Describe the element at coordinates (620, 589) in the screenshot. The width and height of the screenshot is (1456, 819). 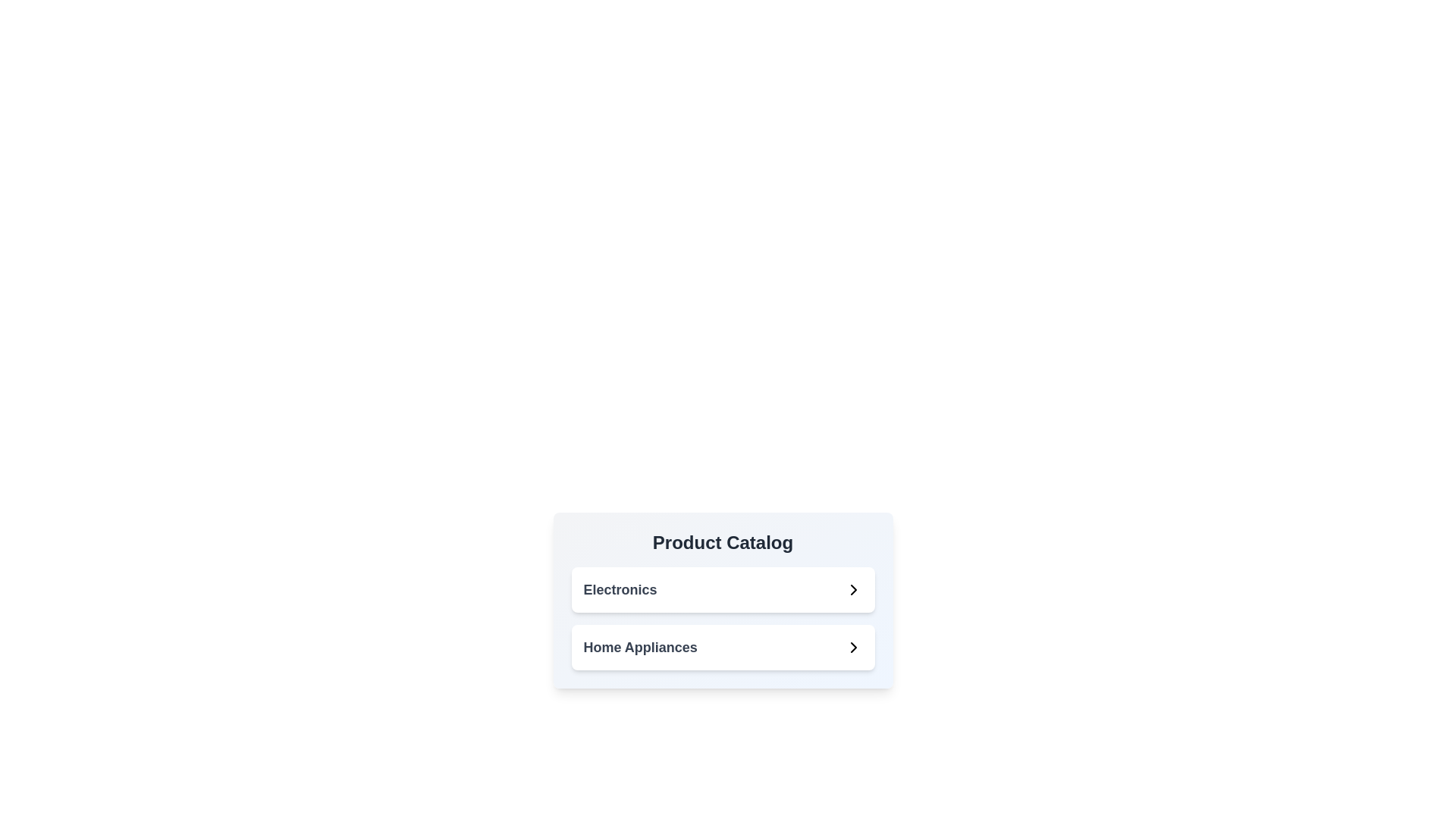
I see `the text label indicating the 'Electronics' category located in the middle-right area of the 'Product Catalog' card` at that location.